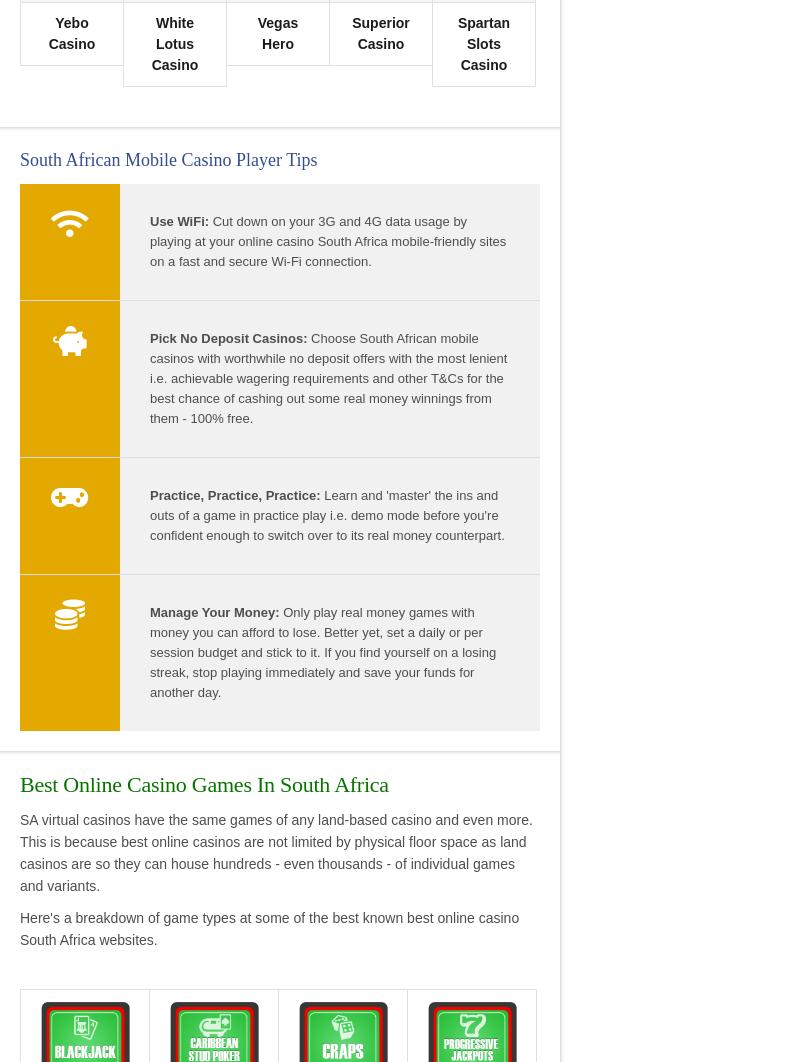  What do you see at coordinates (321, 651) in the screenshot?
I see `'Only play real money games with money you can afford to lose. Better yet, set a daily or per session budget and stick to it. If you find yourself on a losing streak, stop playing immediately and save your funds for another day.'` at bounding box center [321, 651].